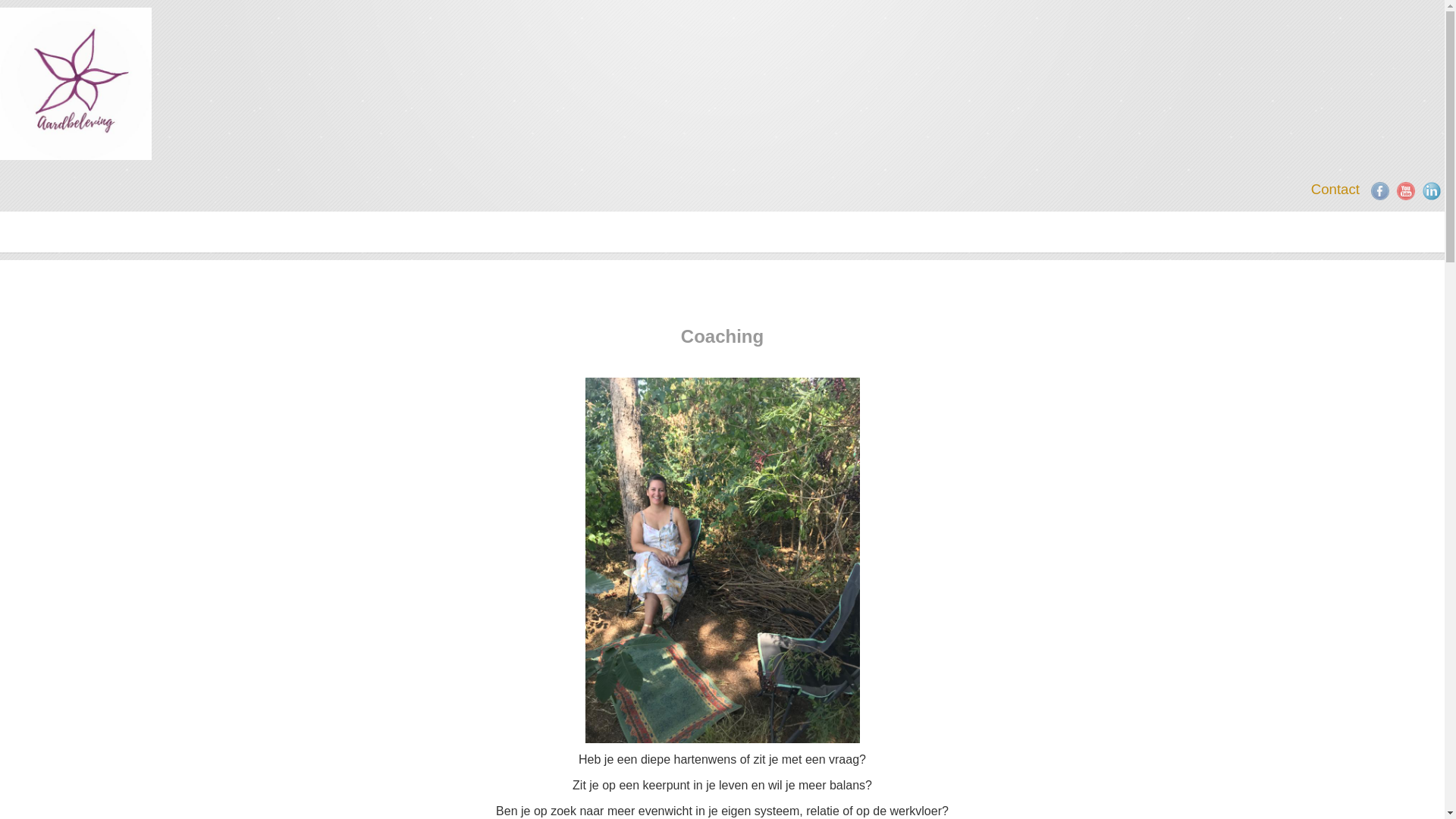 The width and height of the screenshot is (1456, 819). I want to click on '.:In kracht floreren:.', so click(75, 83).